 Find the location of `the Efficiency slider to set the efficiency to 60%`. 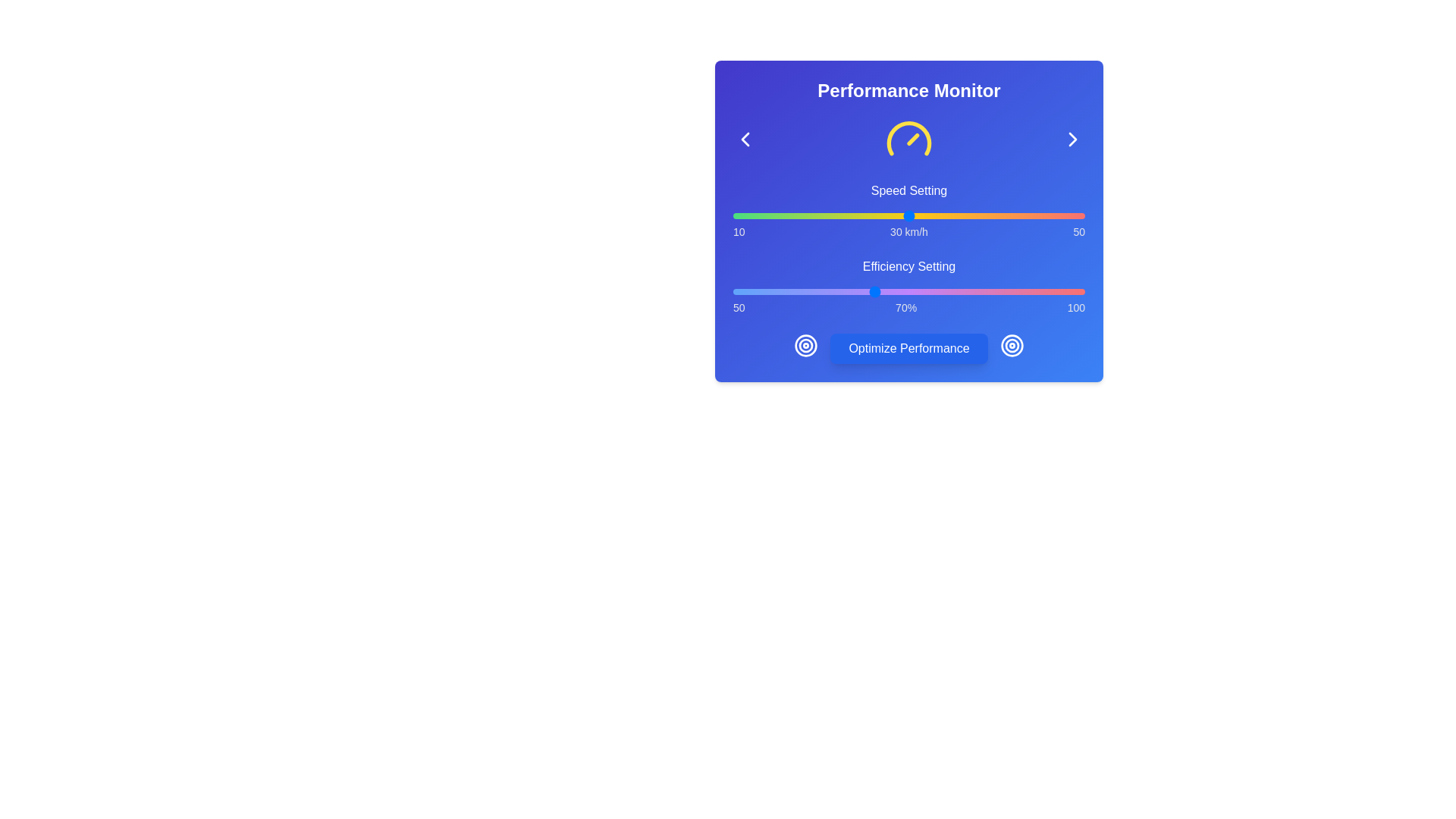

the Efficiency slider to set the efficiency to 60% is located at coordinates (802, 292).